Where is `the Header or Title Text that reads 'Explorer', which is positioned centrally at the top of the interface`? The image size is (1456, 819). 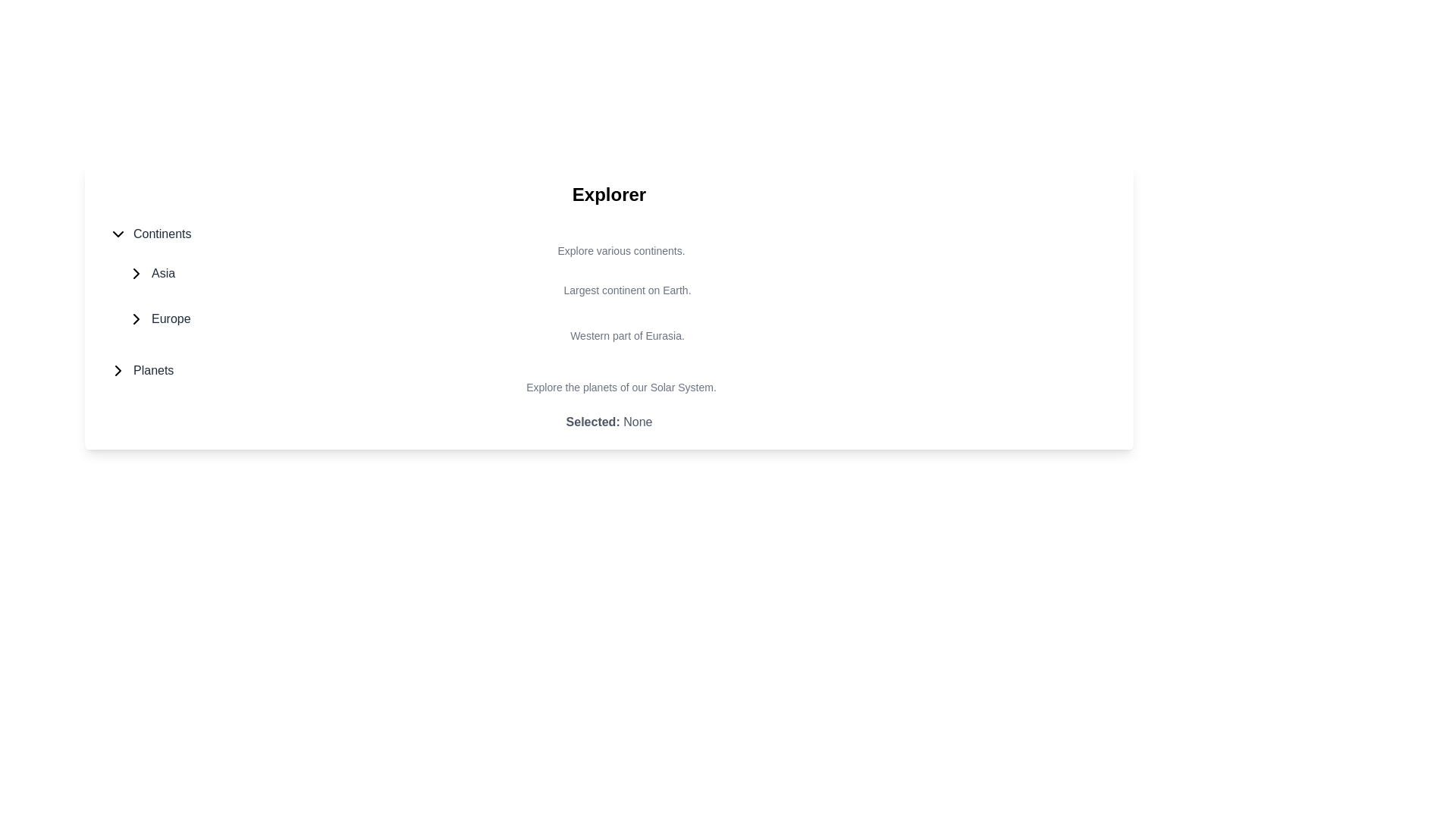
the Header or Title Text that reads 'Explorer', which is positioned centrally at the top of the interface is located at coordinates (609, 194).